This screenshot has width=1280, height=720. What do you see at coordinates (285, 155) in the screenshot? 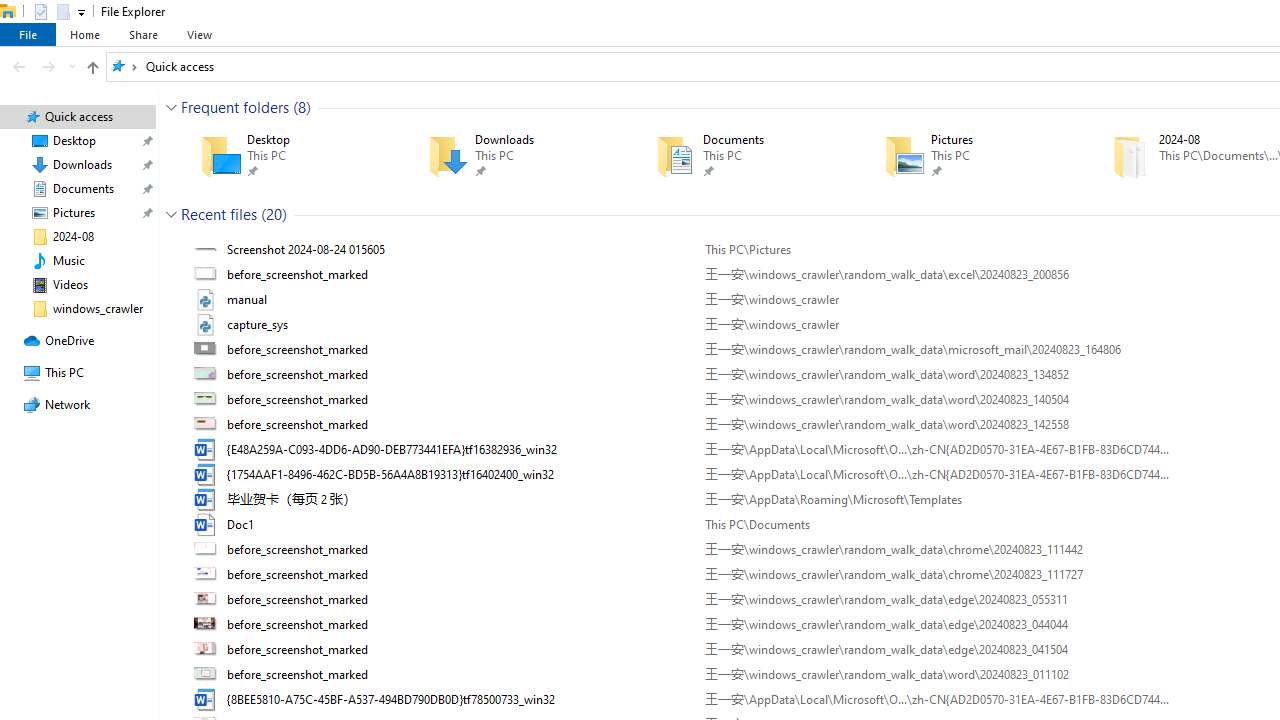
I see `'Desktop'` at bounding box center [285, 155].